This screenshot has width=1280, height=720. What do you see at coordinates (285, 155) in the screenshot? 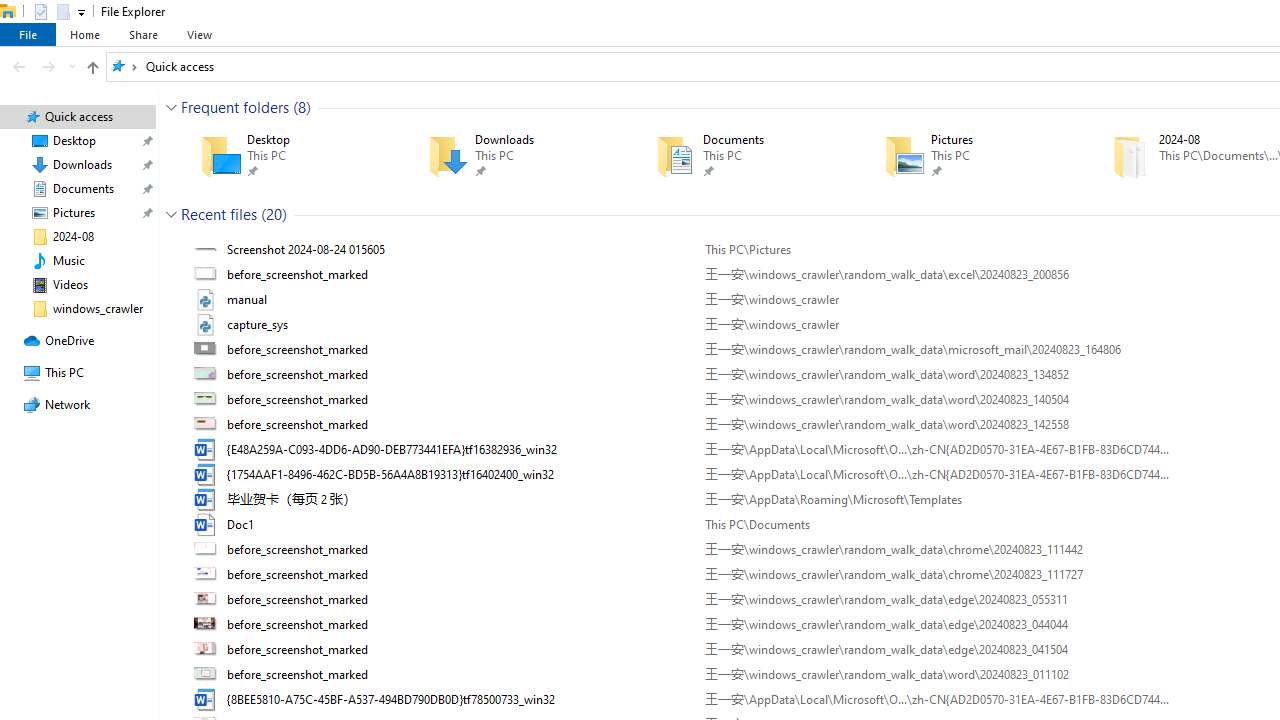
I see `'Desktop'` at bounding box center [285, 155].